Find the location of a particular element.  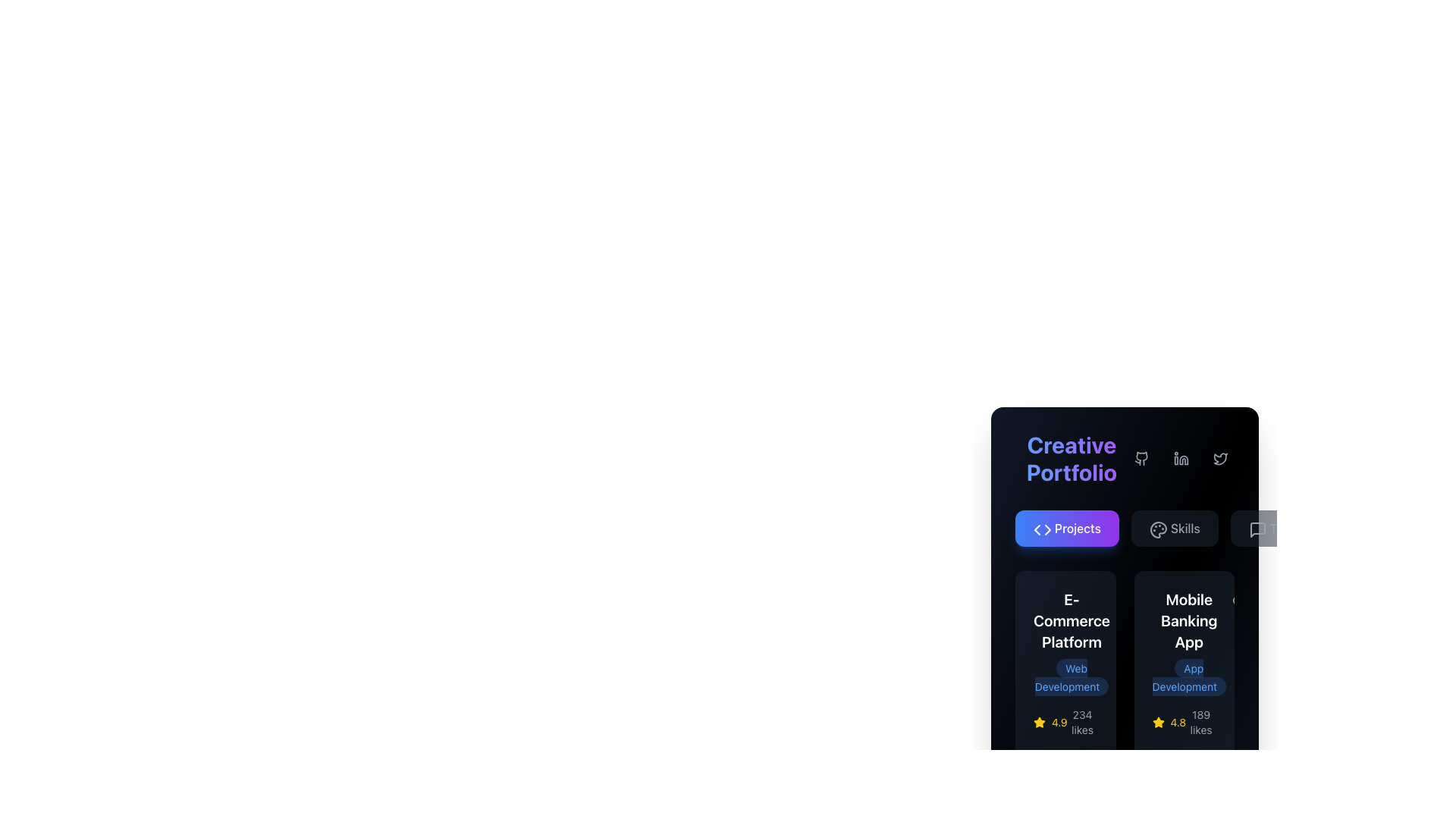

rating and like count from the Rating display element, which includes a yellow star icon and the text '4.8' followed by '189 likes', located in the second card of the 'Mobile Banking App' section is located at coordinates (1183, 721).